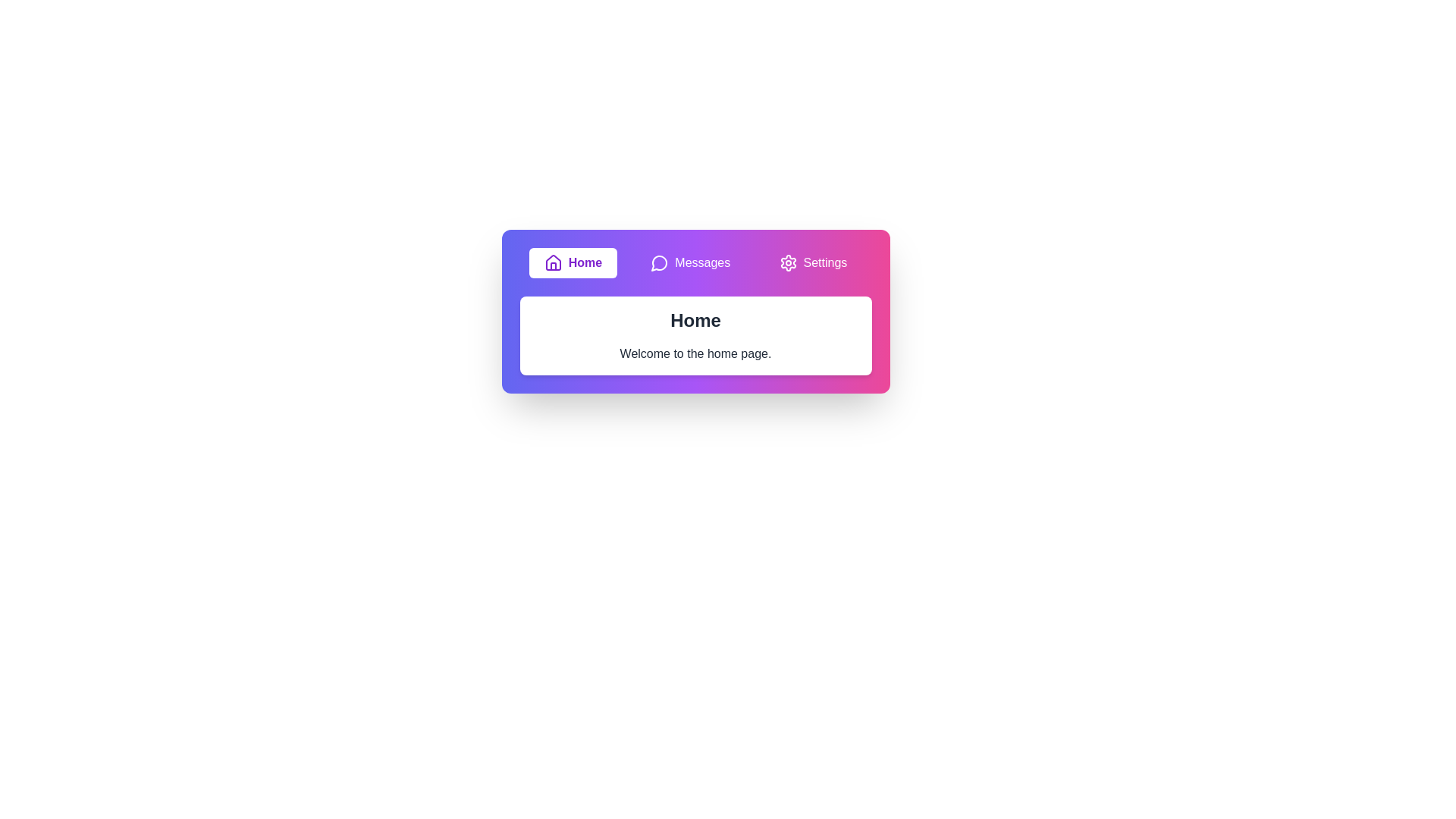 Image resolution: width=1456 pixels, height=819 pixels. Describe the element at coordinates (701, 262) in the screenshot. I see `the text label or navigation link located immediately to the right of the chat bubble icon in the navigation bar` at that location.